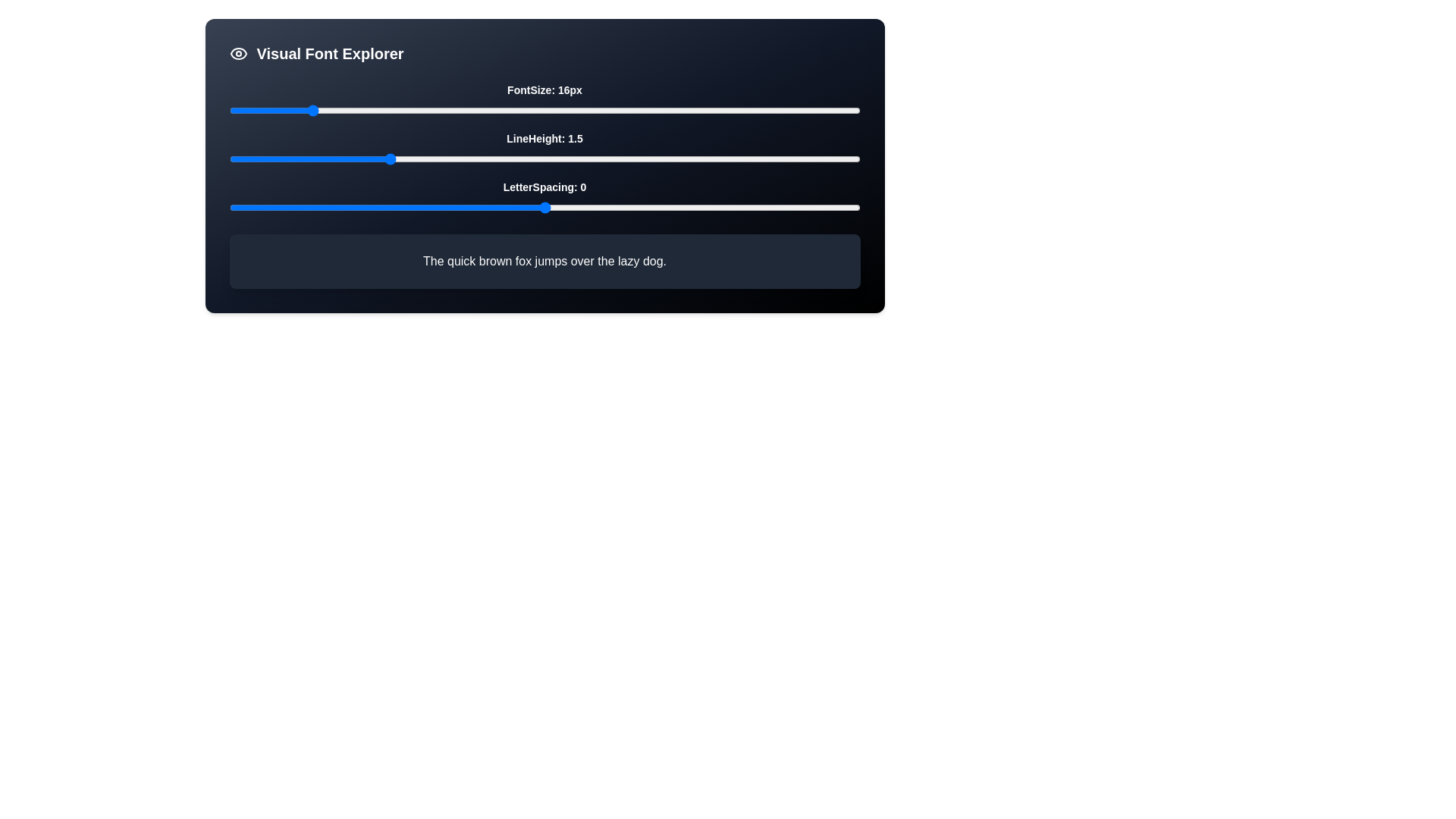 The height and width of the screenshot is (819, 1456). I want to click on the line height slider to 2, so click(544, 158).